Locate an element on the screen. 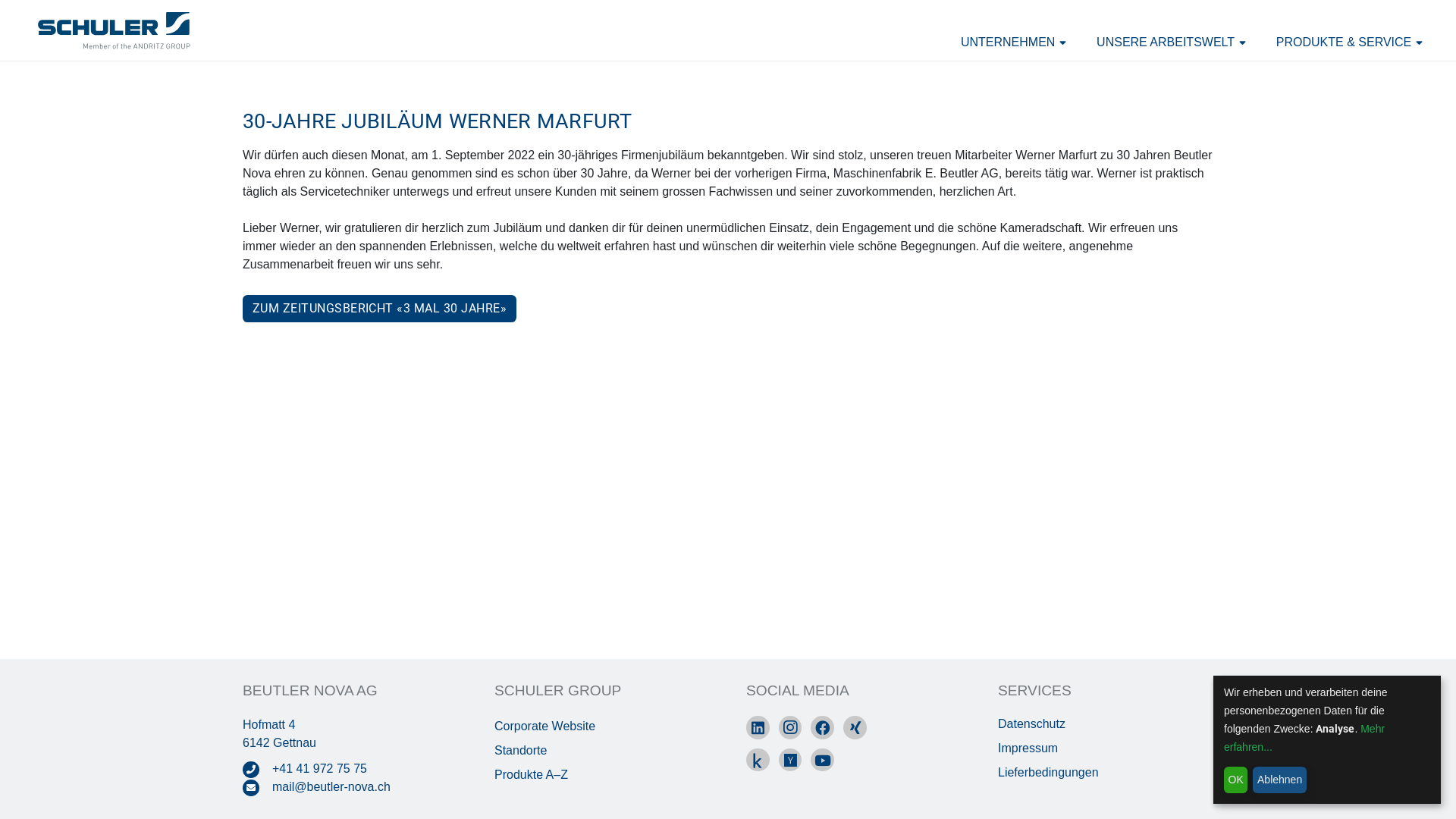  '419727575' is located at coordinates (257, 769).